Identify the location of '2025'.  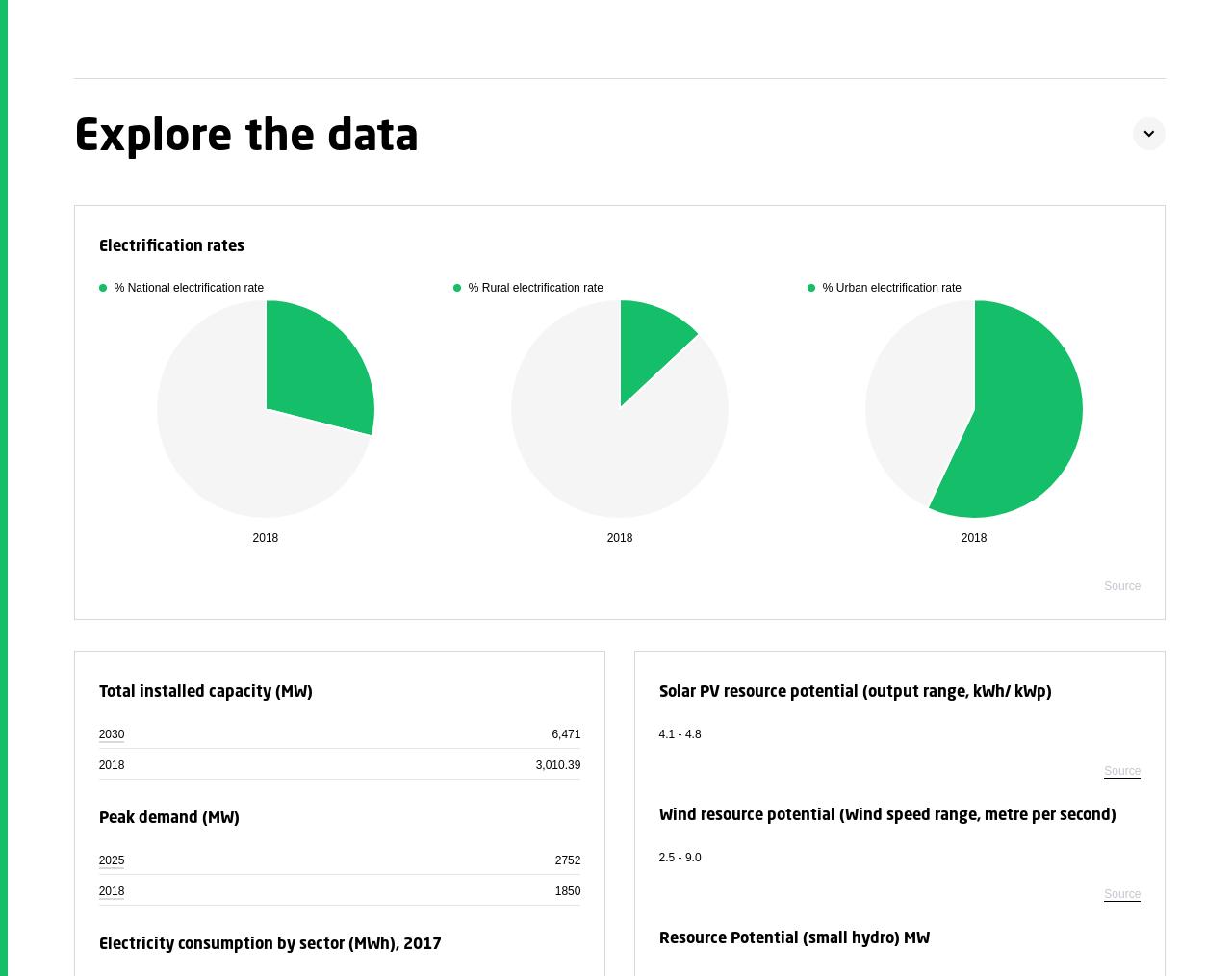
(110, 859).